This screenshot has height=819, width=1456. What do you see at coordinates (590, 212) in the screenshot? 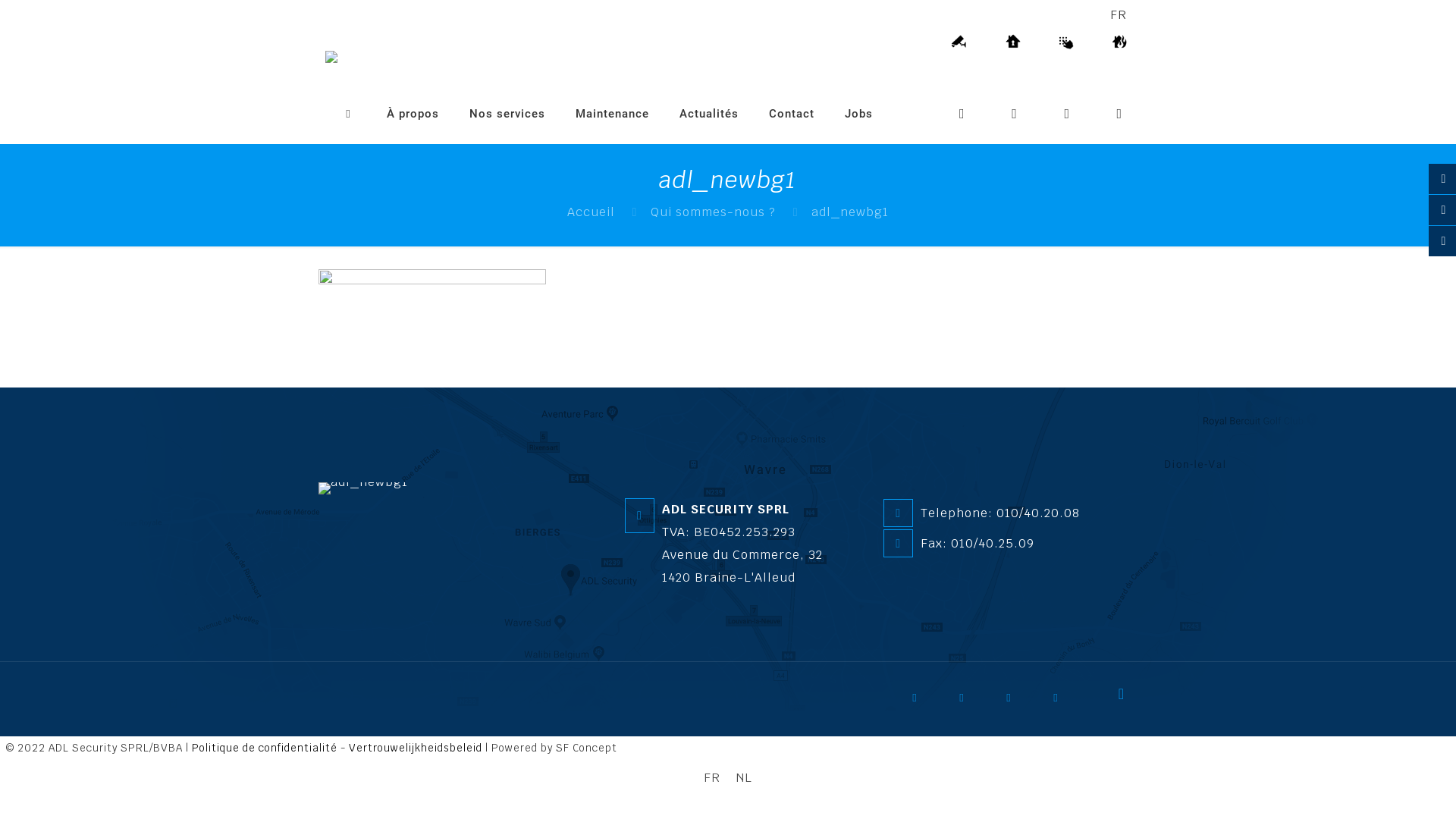
I see `'Accueil'` at bounding box center [590, 212].